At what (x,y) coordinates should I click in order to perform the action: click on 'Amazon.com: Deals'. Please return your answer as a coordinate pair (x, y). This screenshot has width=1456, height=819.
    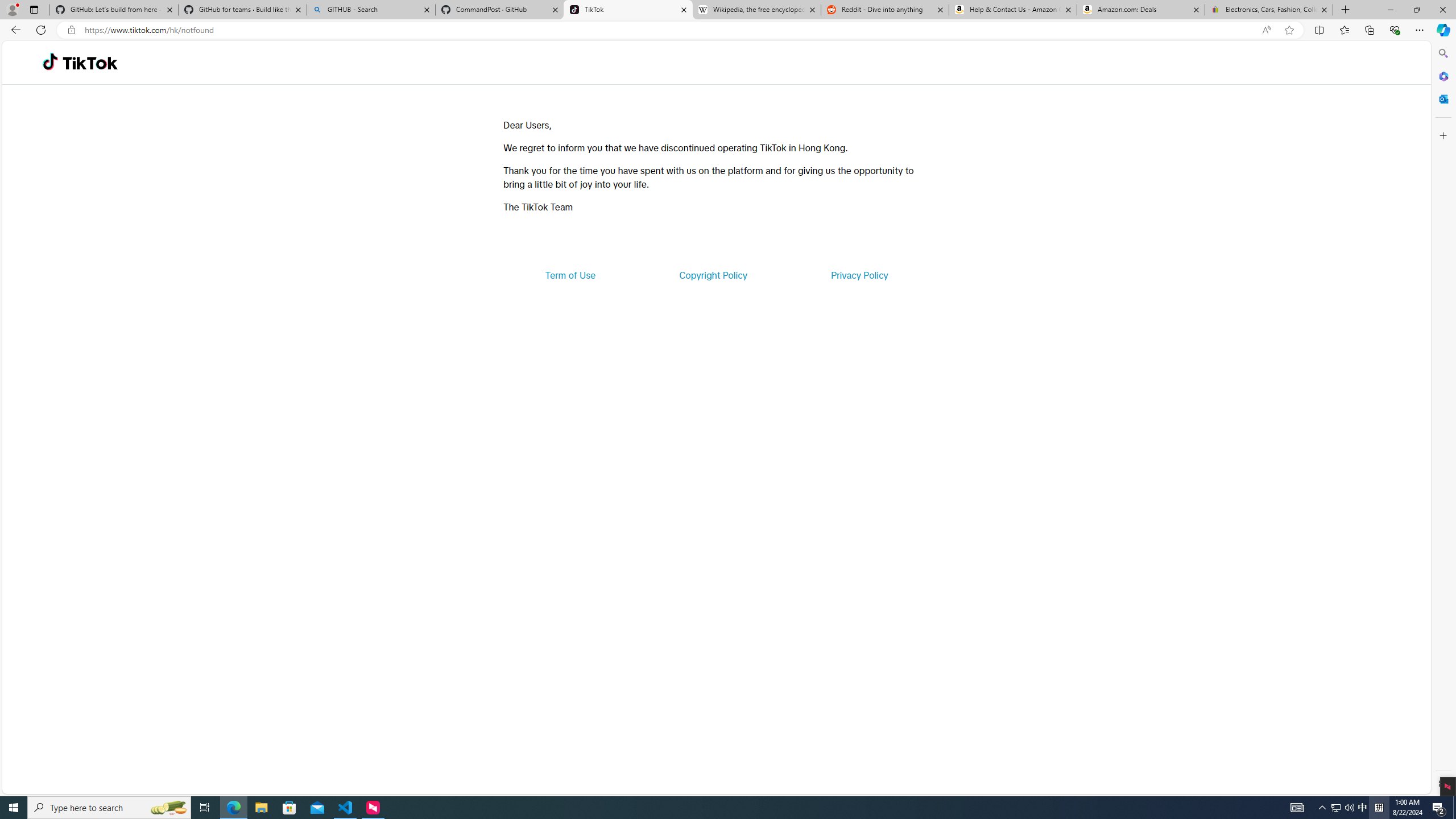
    Looking at the image, I should click on (1140, 9).